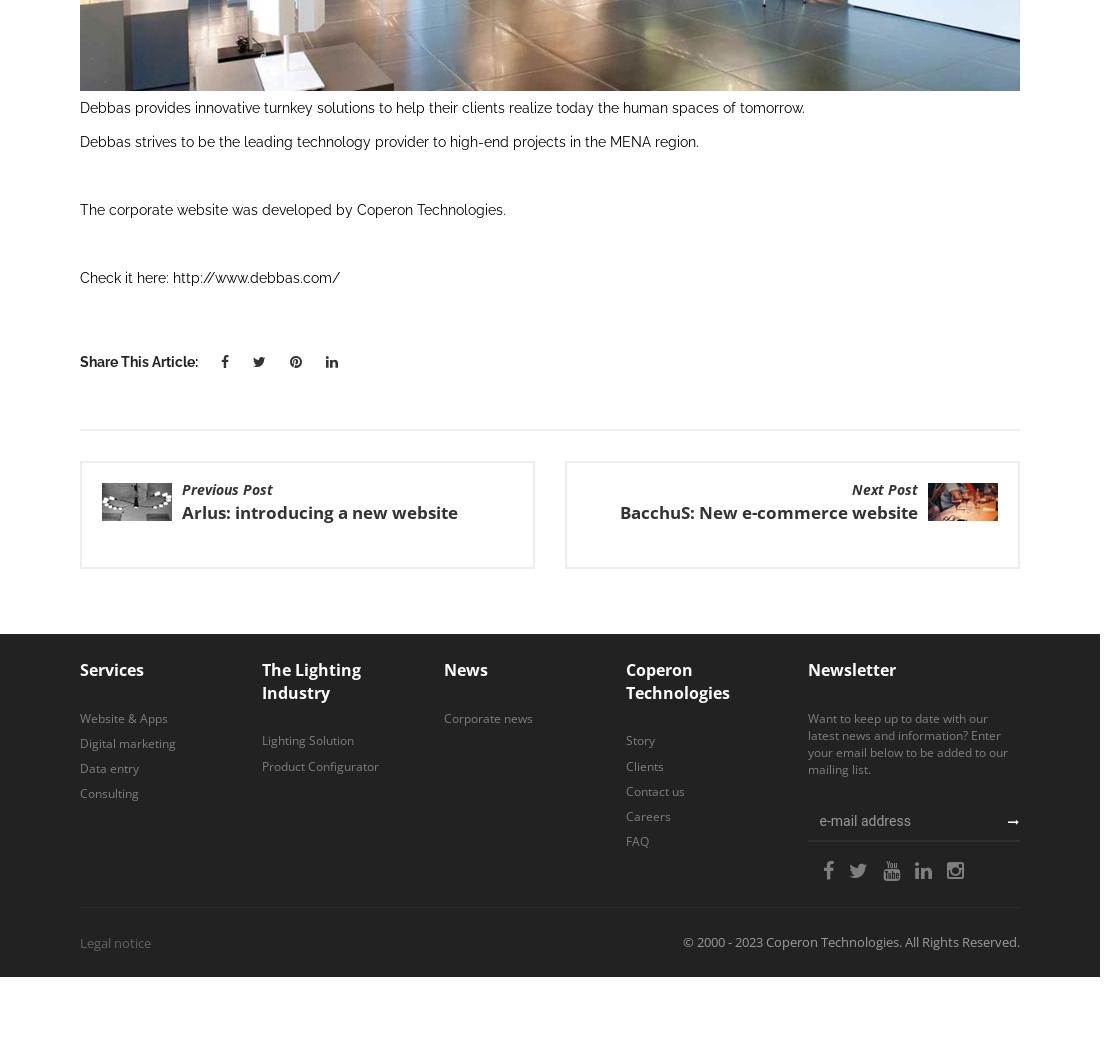  I want to click on 'Arlus: introducing a new website', so click(320, 511).